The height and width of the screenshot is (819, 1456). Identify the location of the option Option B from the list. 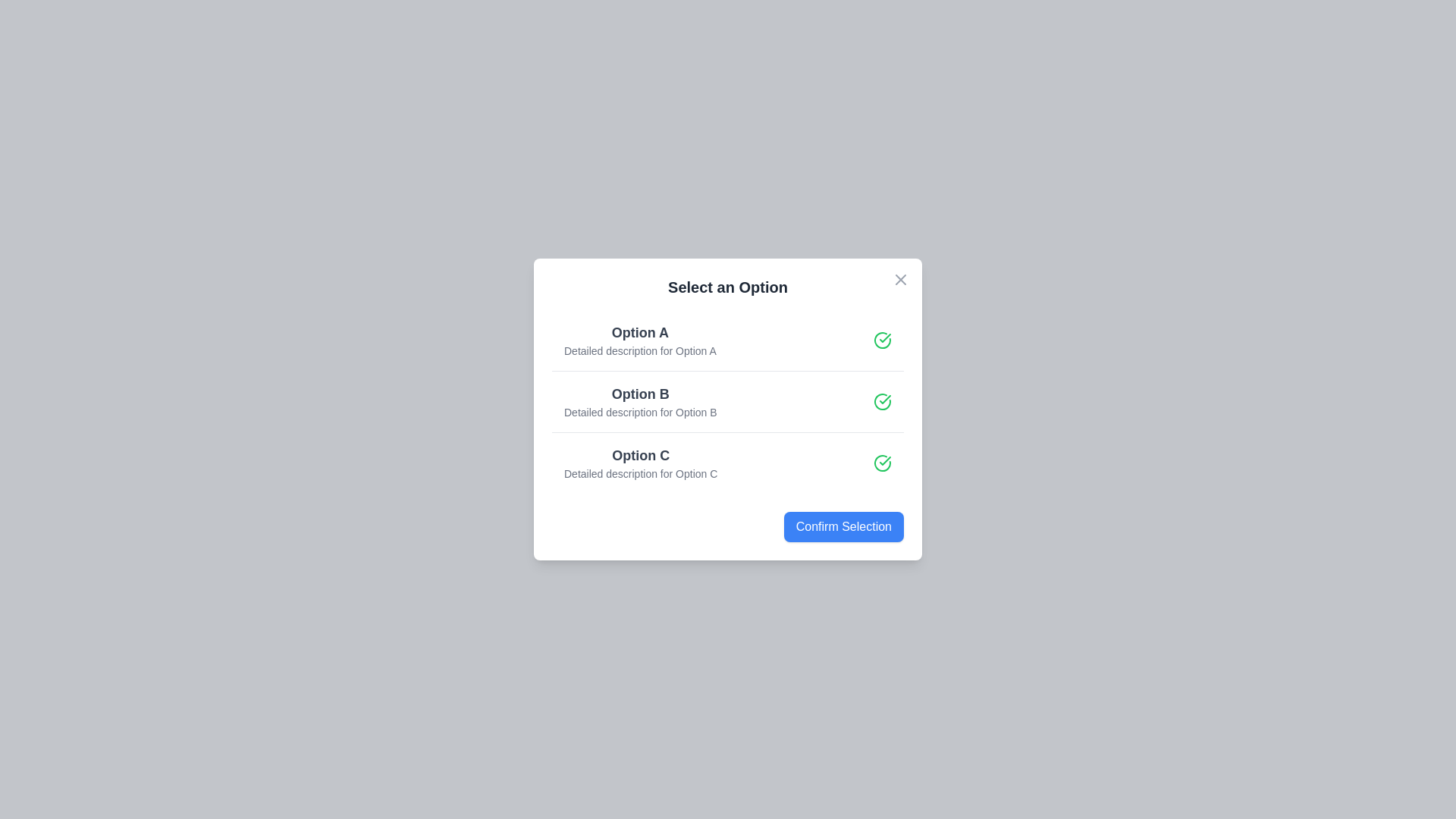
(728, 400).